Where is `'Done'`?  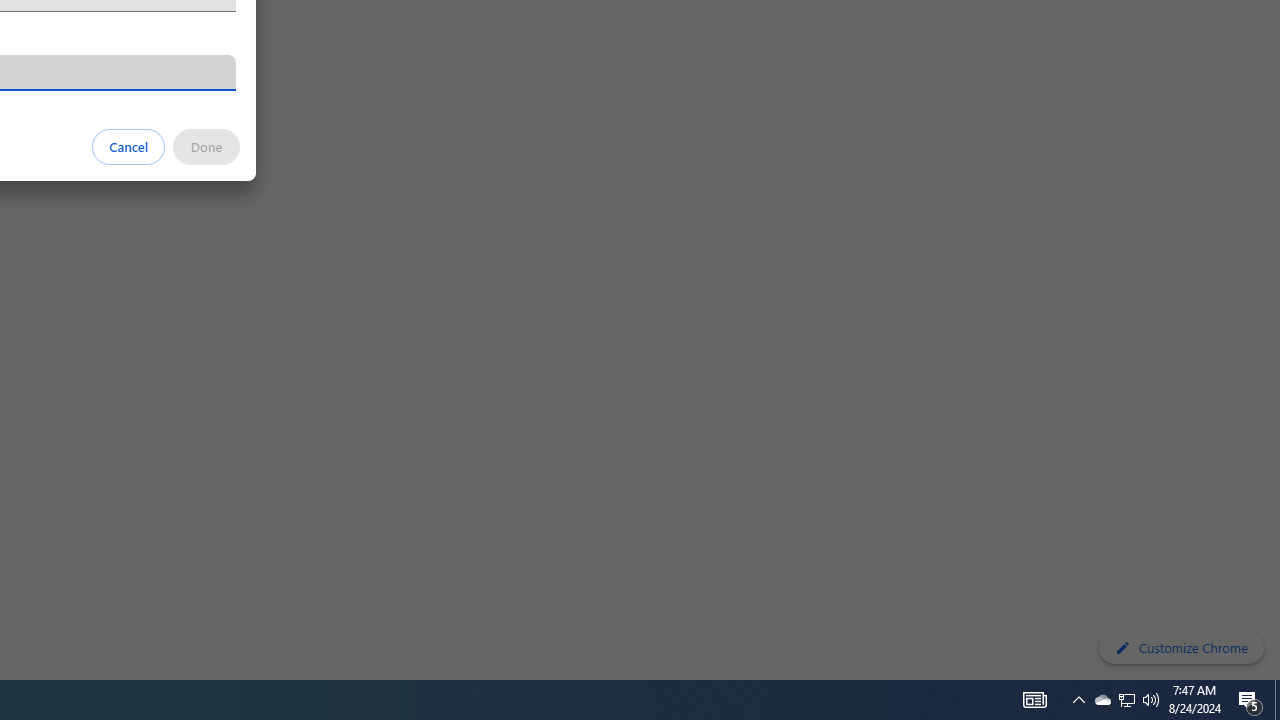
'Done' is located at coordinates (206, 145).